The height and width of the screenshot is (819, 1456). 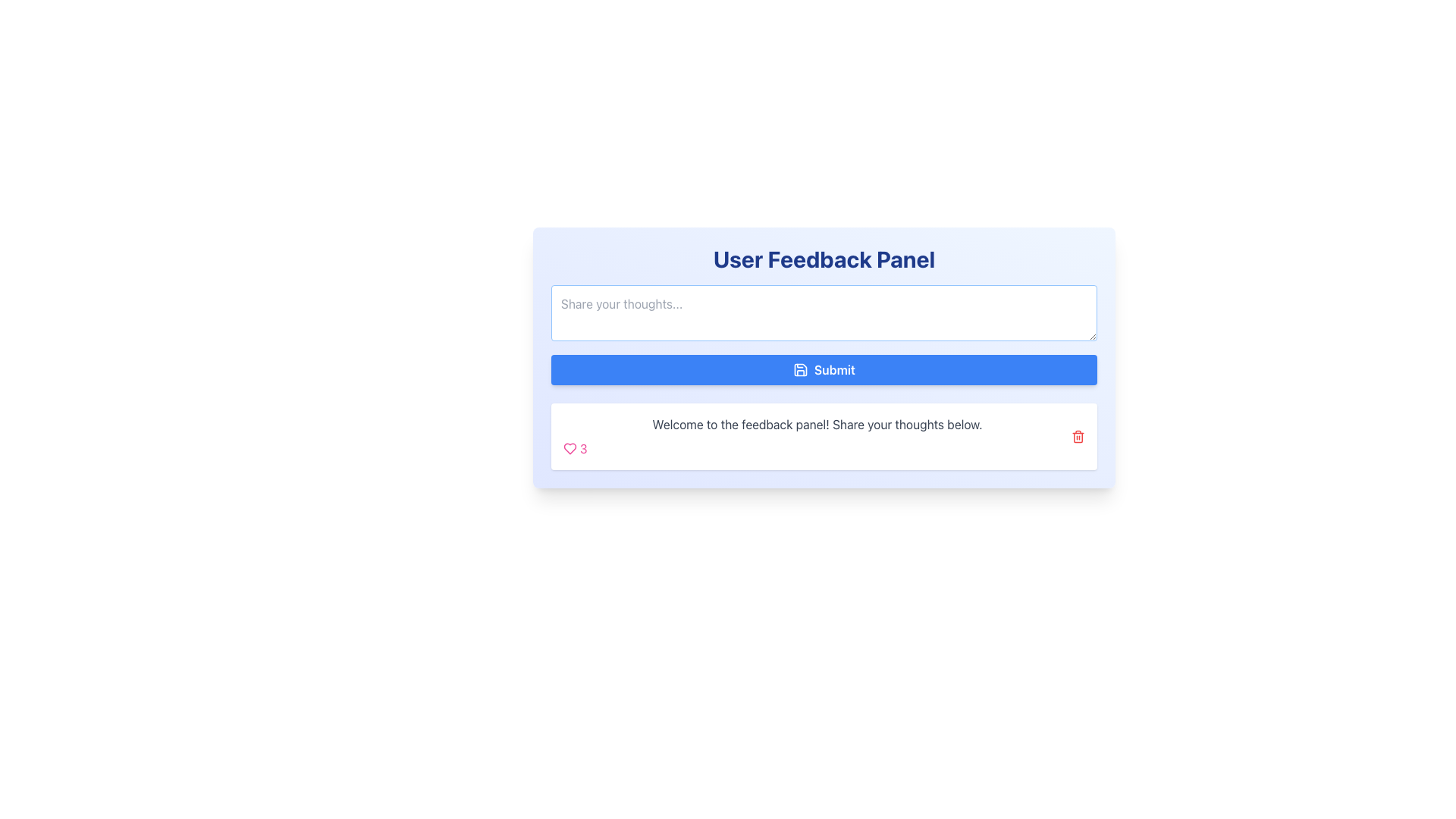 I want to click on the save icon, which is styled like a floppy disk and located on the left side of the blue 'Submit' button, so click(x=800, y=370).